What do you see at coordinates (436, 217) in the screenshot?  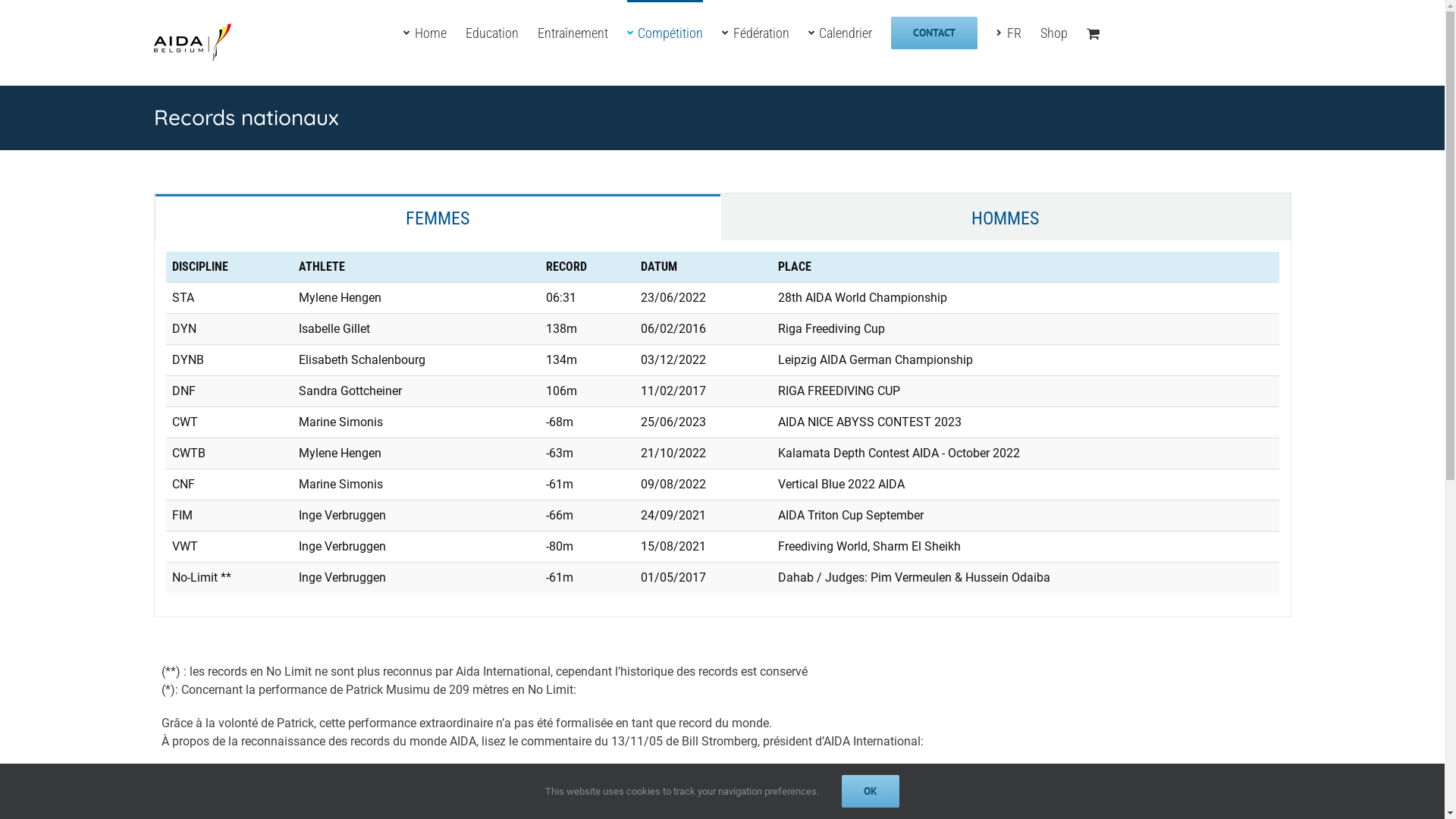 I see `'FEMMES'` at bounding box center [436, 217].